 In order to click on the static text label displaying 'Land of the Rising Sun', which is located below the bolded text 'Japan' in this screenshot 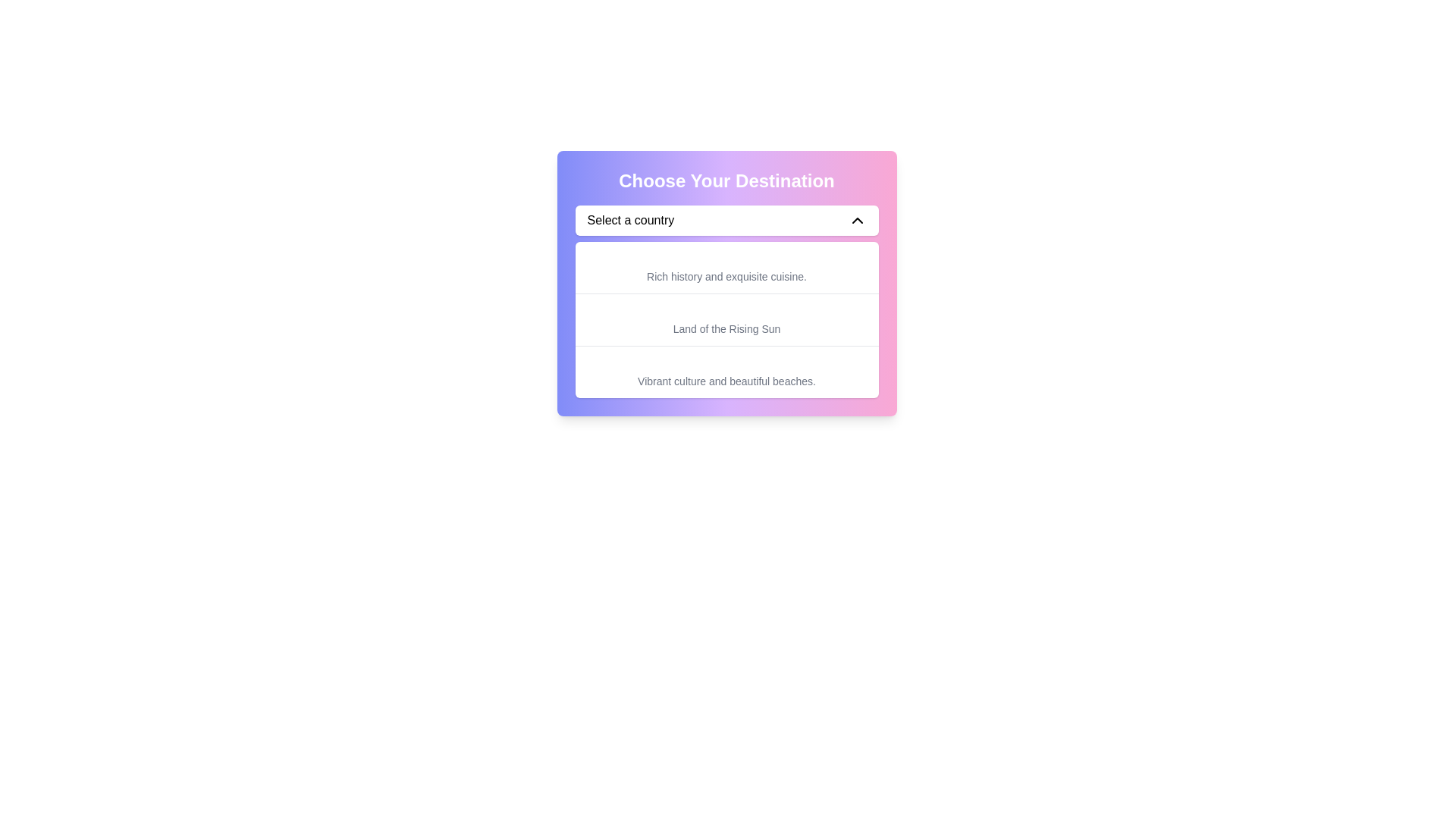, I will do `click(726, 328)`.